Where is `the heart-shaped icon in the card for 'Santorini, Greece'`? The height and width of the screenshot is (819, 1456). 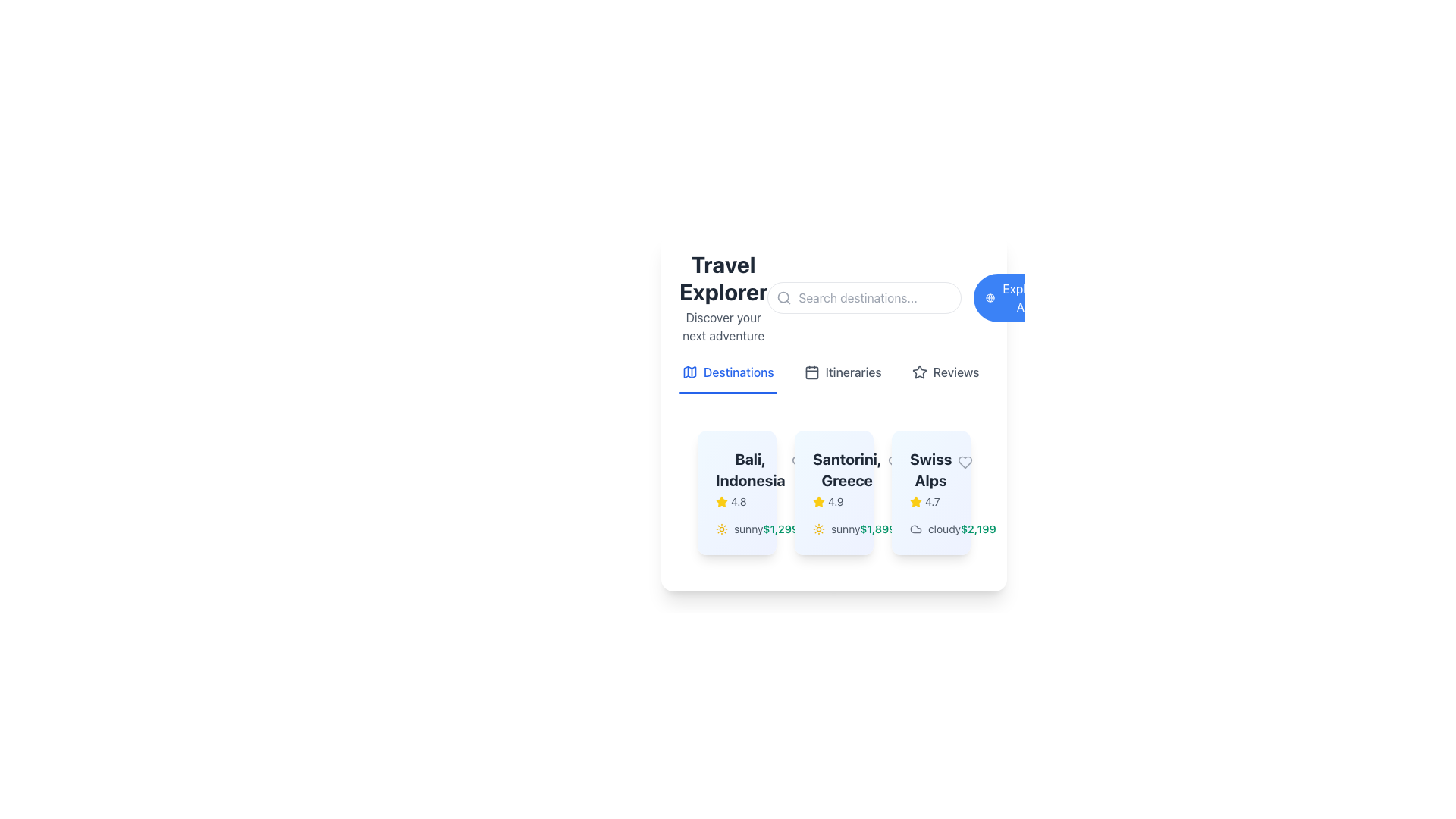 the heart-shaped icon in the card for 'Santorini, Greece' is located at coordinates (798, 461).